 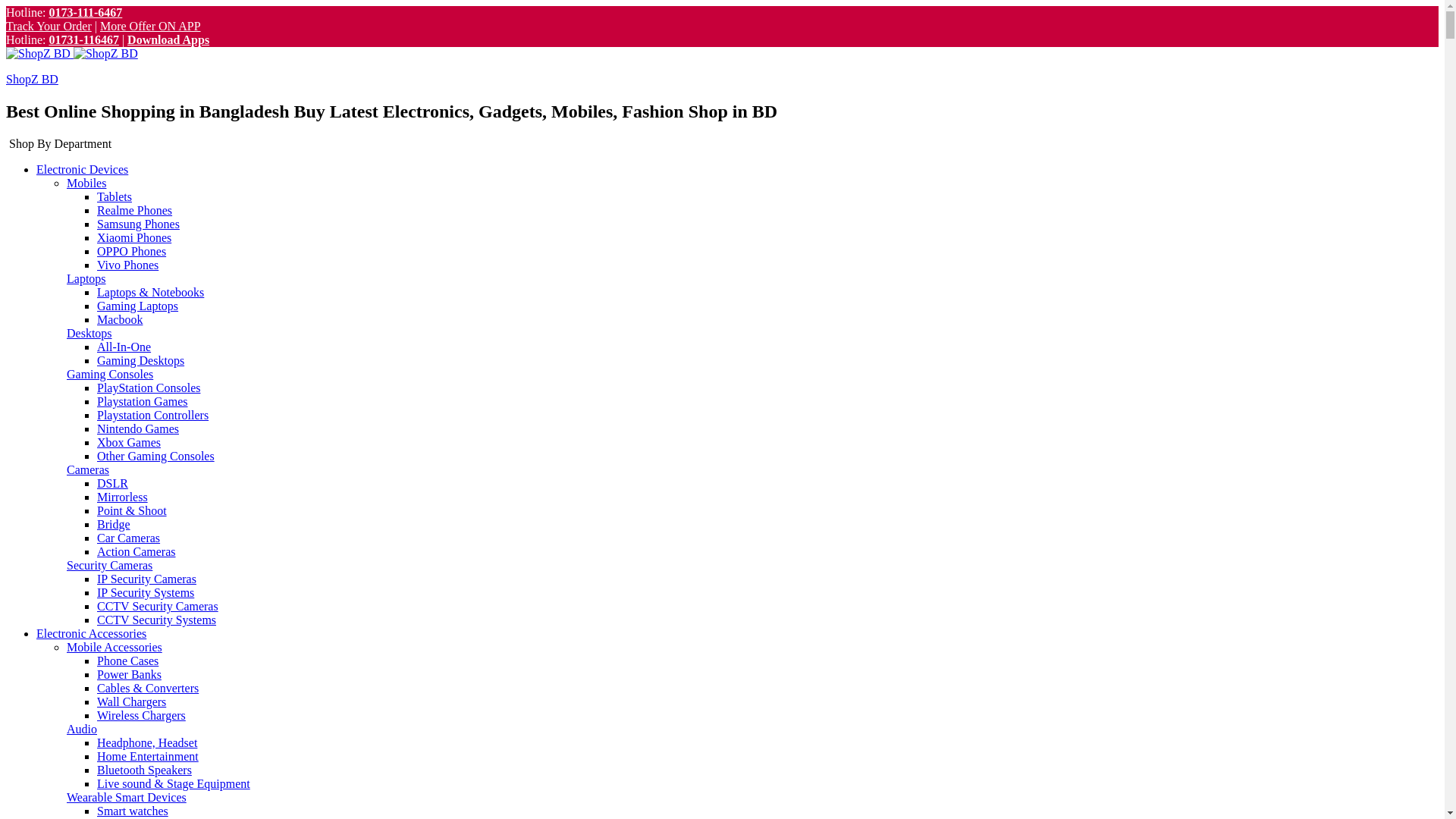 I want to click on 'Live sound & Stage Equipment', so click(x=174, y=783).